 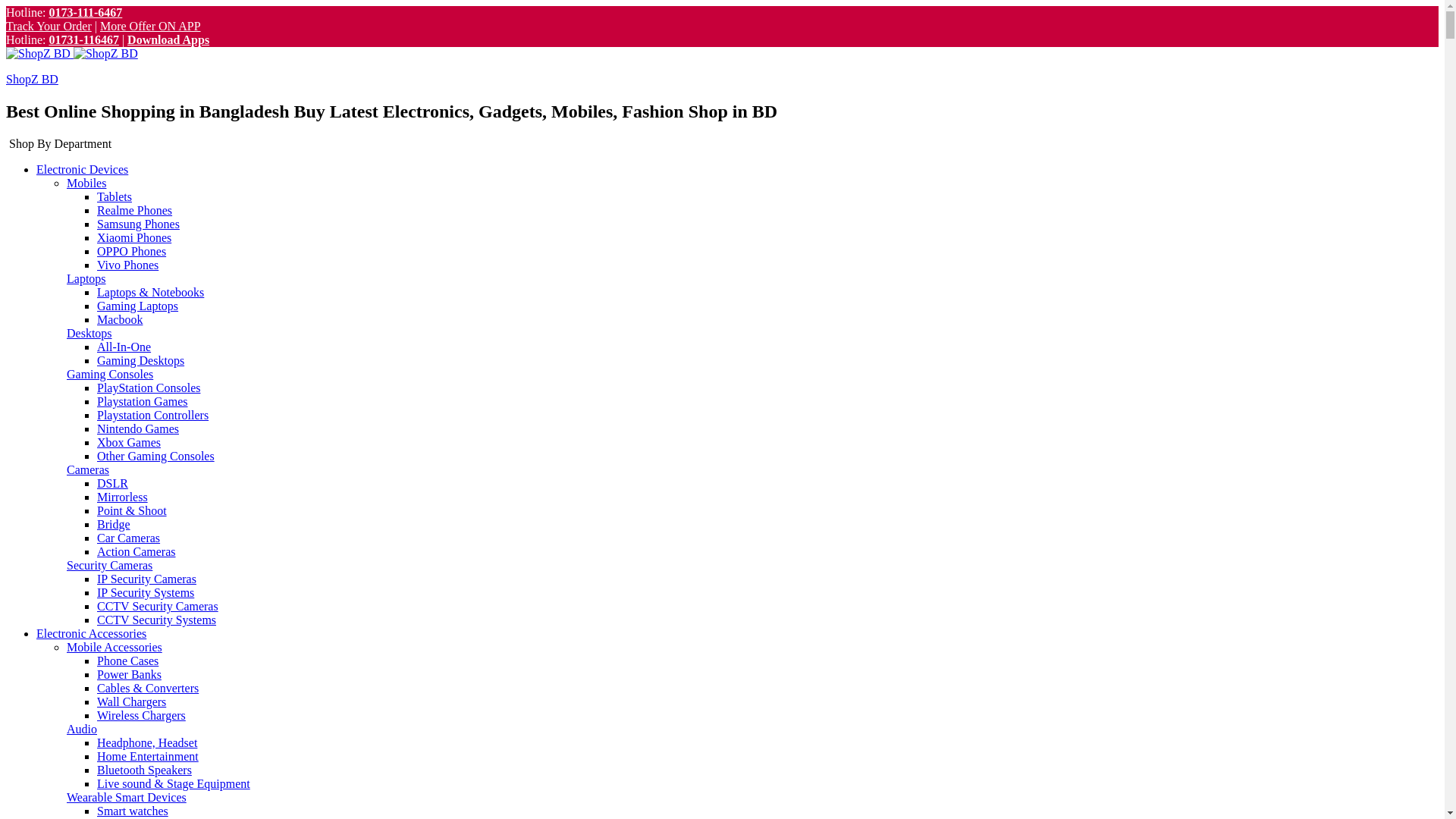 I want to click on 'Live sound & Stage Equipment', so click(x=174, y=783).